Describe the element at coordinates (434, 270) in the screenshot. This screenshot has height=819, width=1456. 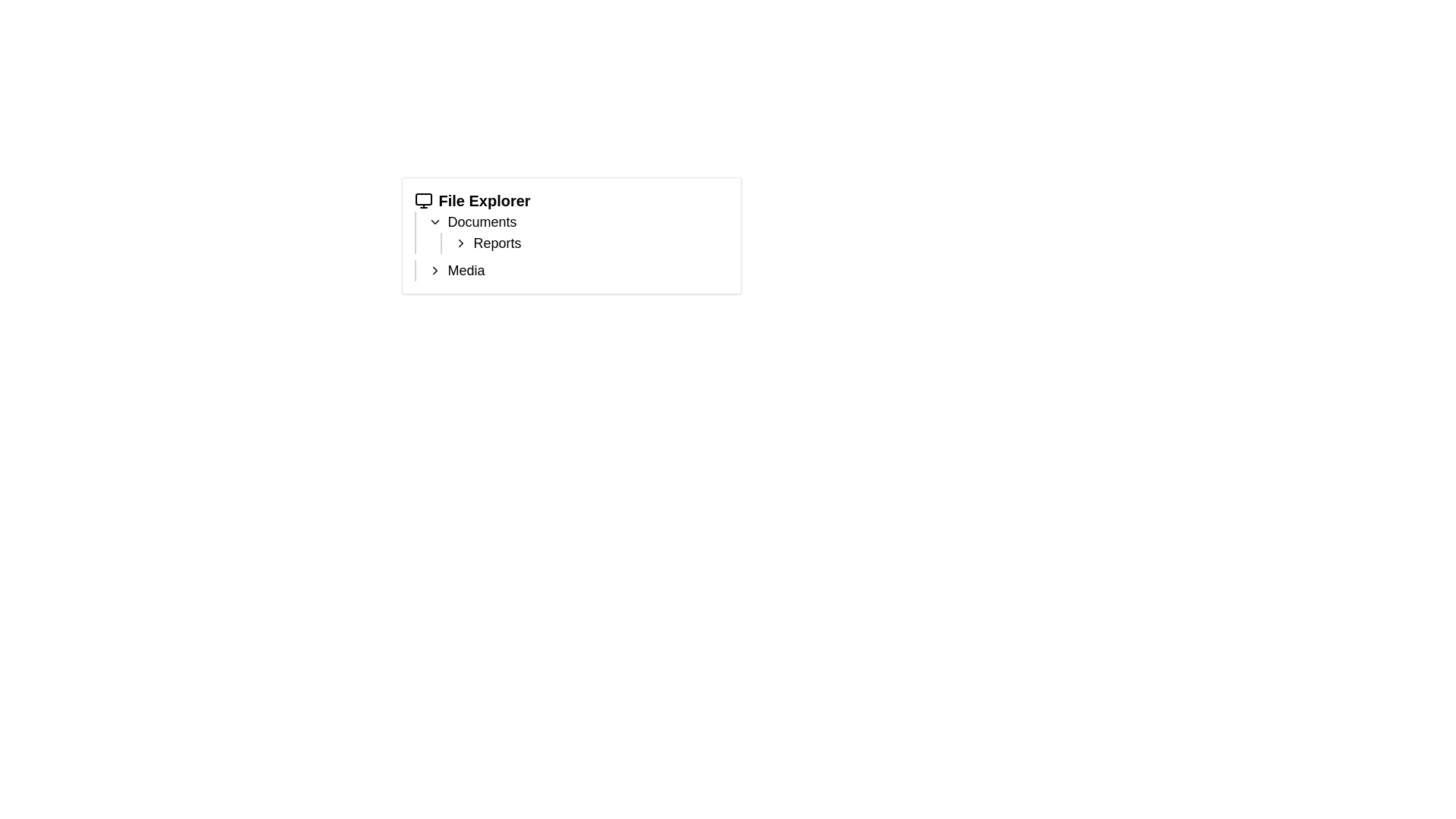
I see `the Chevron icon located to the left of the 'Media' text label` at that location.